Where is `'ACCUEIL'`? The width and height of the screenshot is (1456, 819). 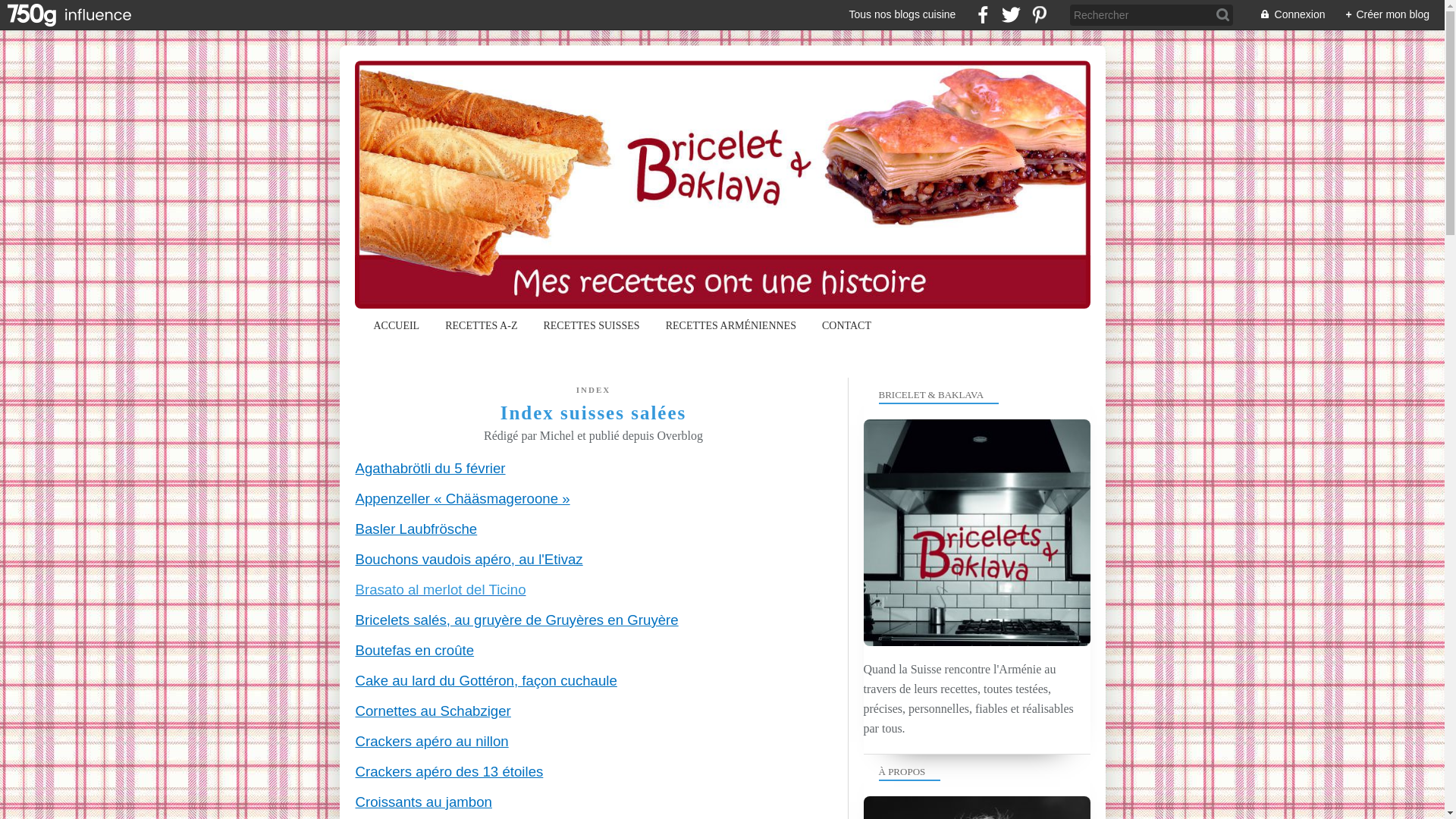
'ACCUEIL' is located at coordinates (397, 325).